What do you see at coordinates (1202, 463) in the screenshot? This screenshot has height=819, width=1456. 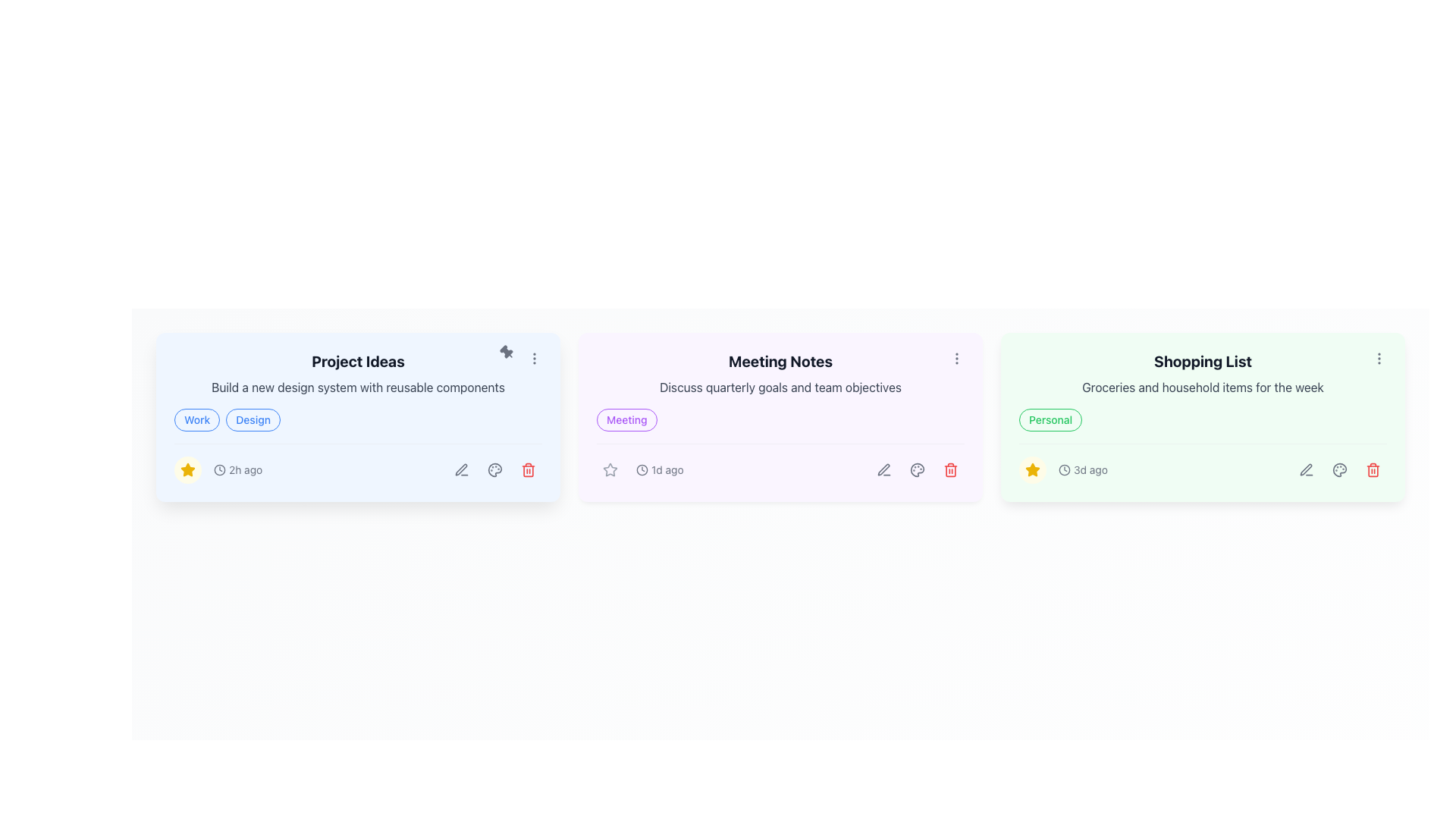 I see `the Decoration or Spacer element located at the central part of the bottom section of the 'Shopping List' card, which acts as a visual divider between the '3d ago' timestamp and the action icons` at bounding box center [1202, 463].